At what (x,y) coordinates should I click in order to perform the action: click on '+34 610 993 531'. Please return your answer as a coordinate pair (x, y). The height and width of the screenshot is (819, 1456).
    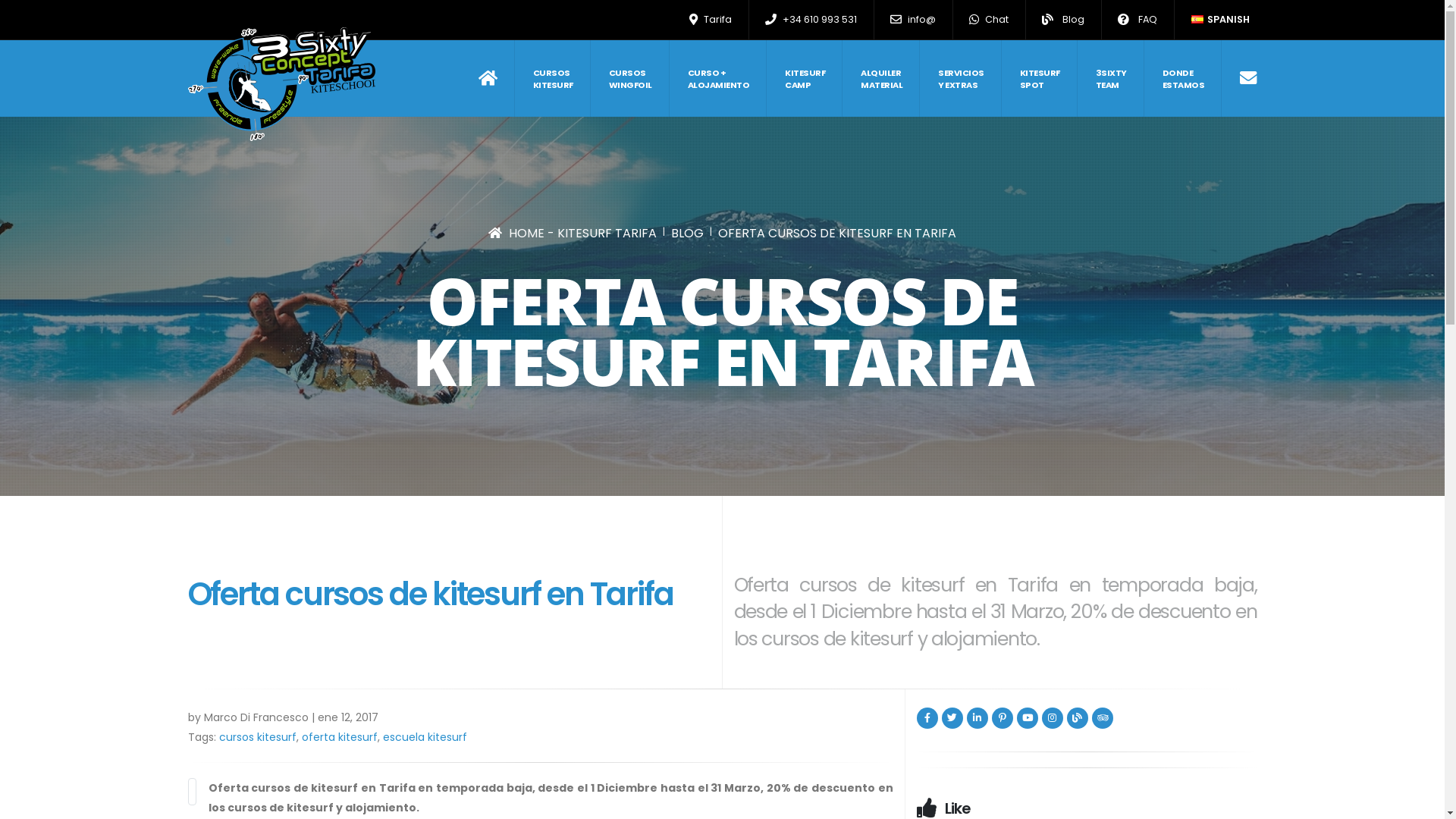
    Looking at the image, I should click on (811, 20).